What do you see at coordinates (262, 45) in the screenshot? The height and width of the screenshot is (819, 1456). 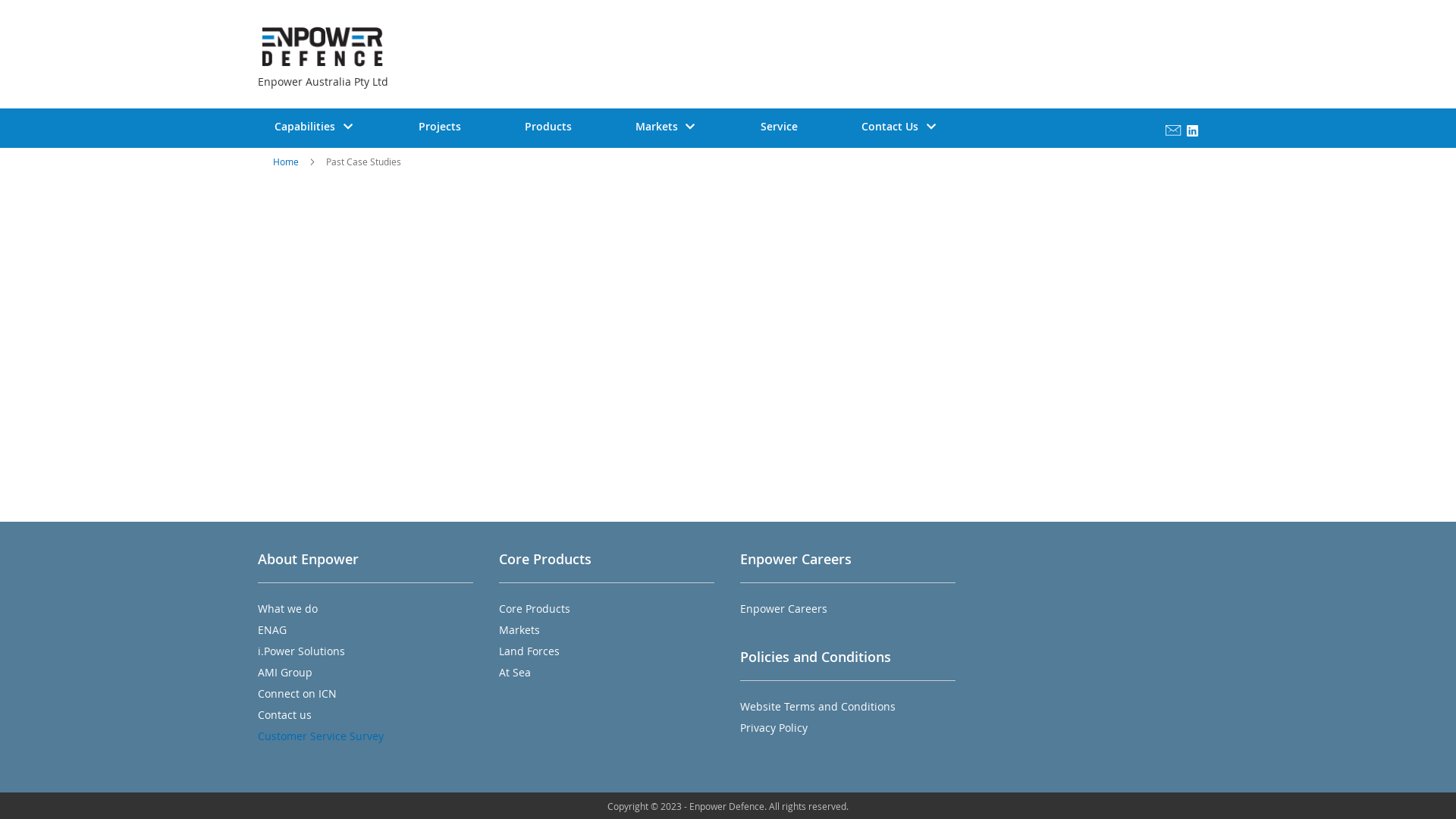 I see `'Enpower Defence'` at bounding box center [262, 45].